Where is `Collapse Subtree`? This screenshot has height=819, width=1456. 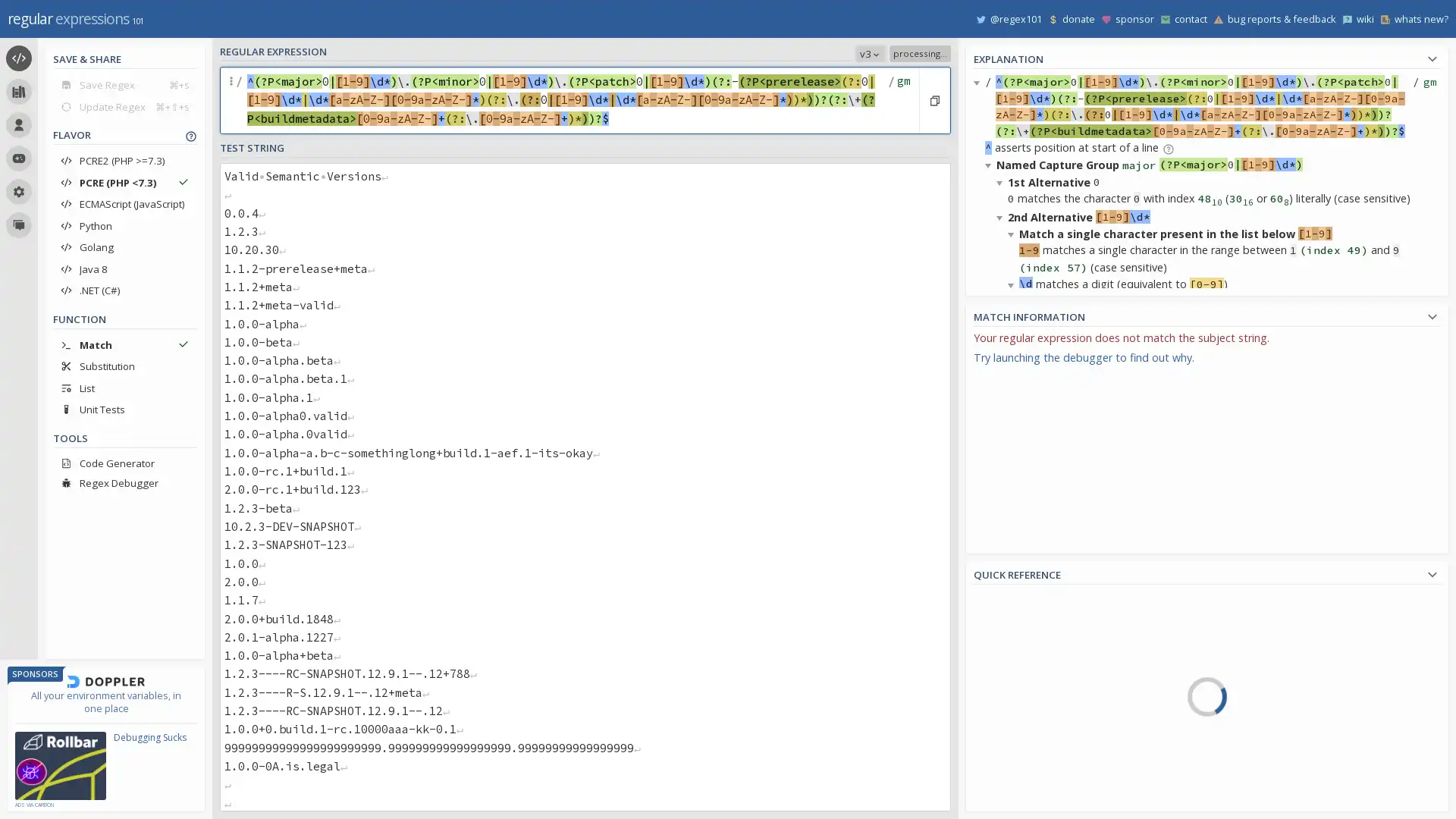 Collapse Subtree is located at coordinates (990, 714).